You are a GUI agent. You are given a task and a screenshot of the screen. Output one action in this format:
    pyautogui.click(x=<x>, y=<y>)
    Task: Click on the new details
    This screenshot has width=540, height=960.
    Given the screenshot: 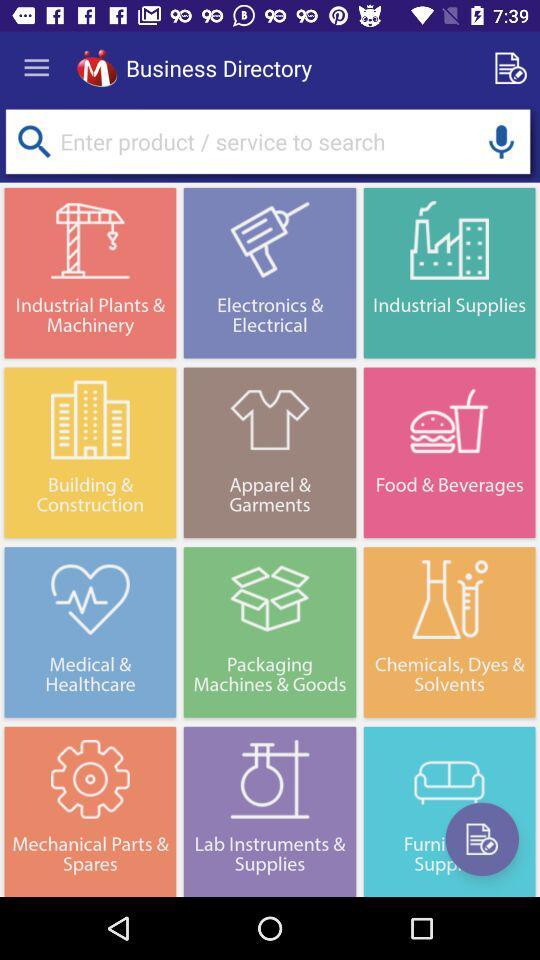 What is the action you would take?
    pyautogui.click(x=481, y=839)
    